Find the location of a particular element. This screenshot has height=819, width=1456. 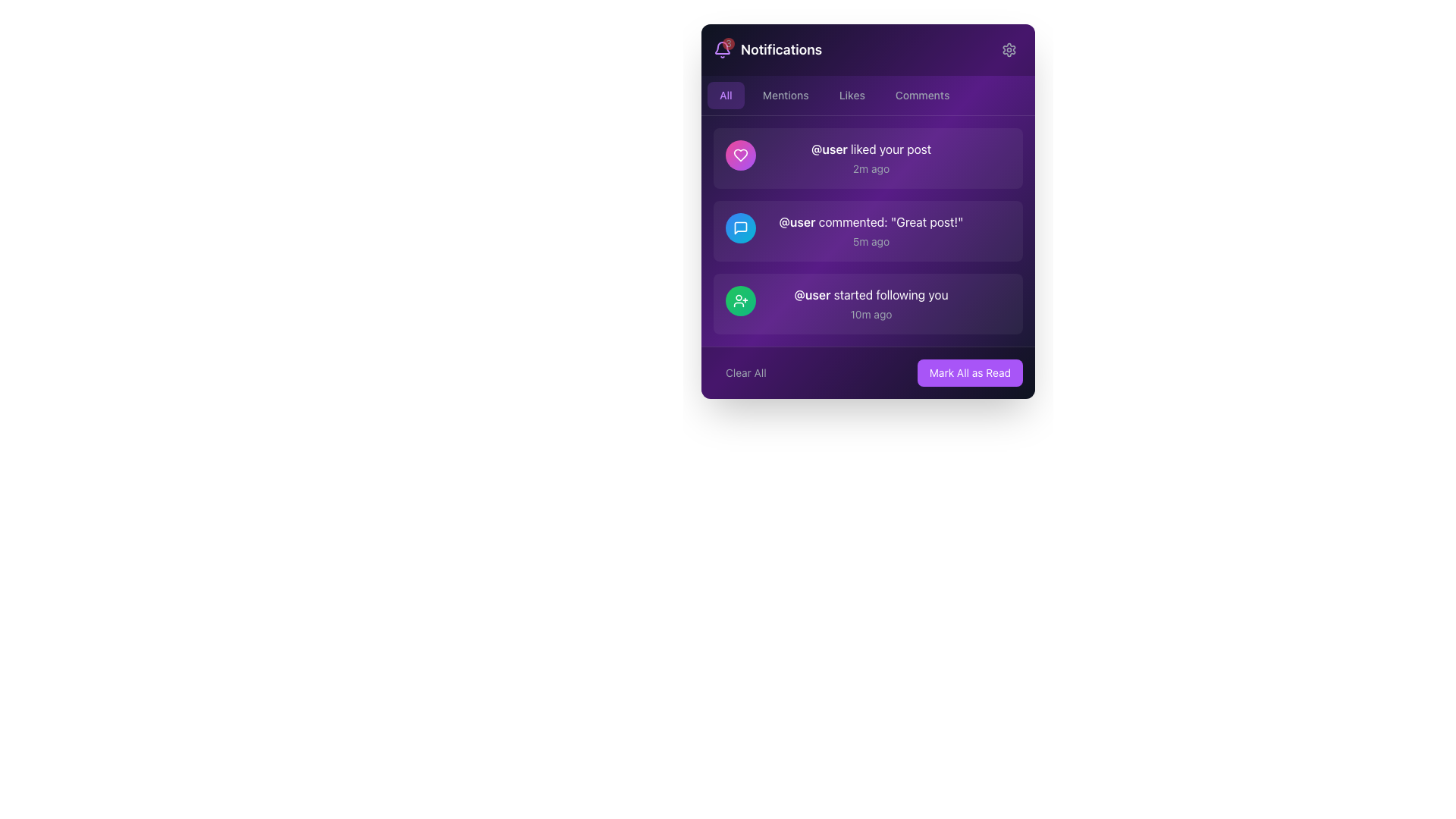

the notification indicating that another user has liked the user's post, which is the top-most item in the notification panel is located at coordinates (868, 158).